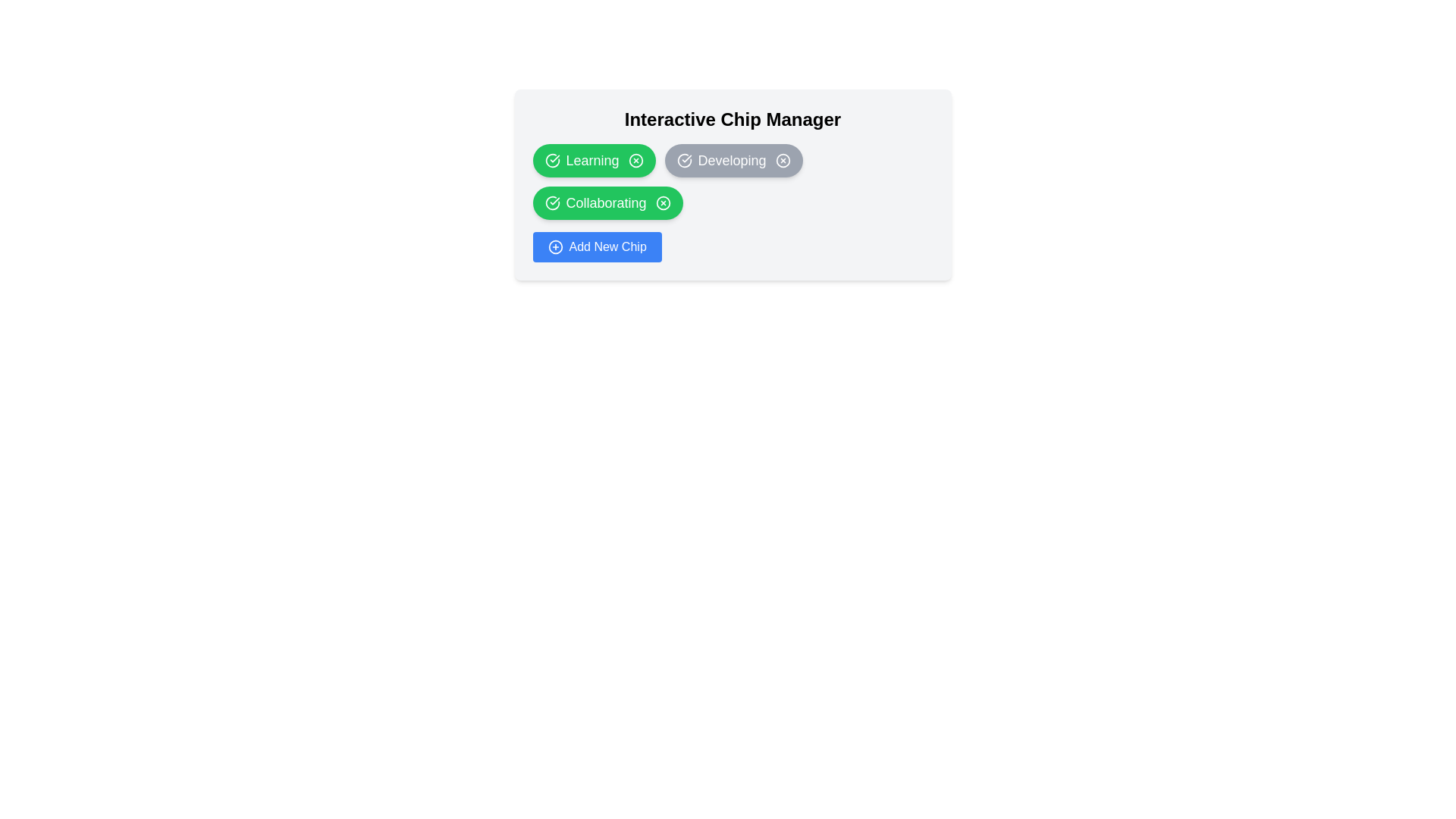  Describe the element at coordinates (551, 161) in the screenshot. I see `the circular green checkmark icon inside the 'Learning' button located at the top of the vertical list of buttons` at that location.